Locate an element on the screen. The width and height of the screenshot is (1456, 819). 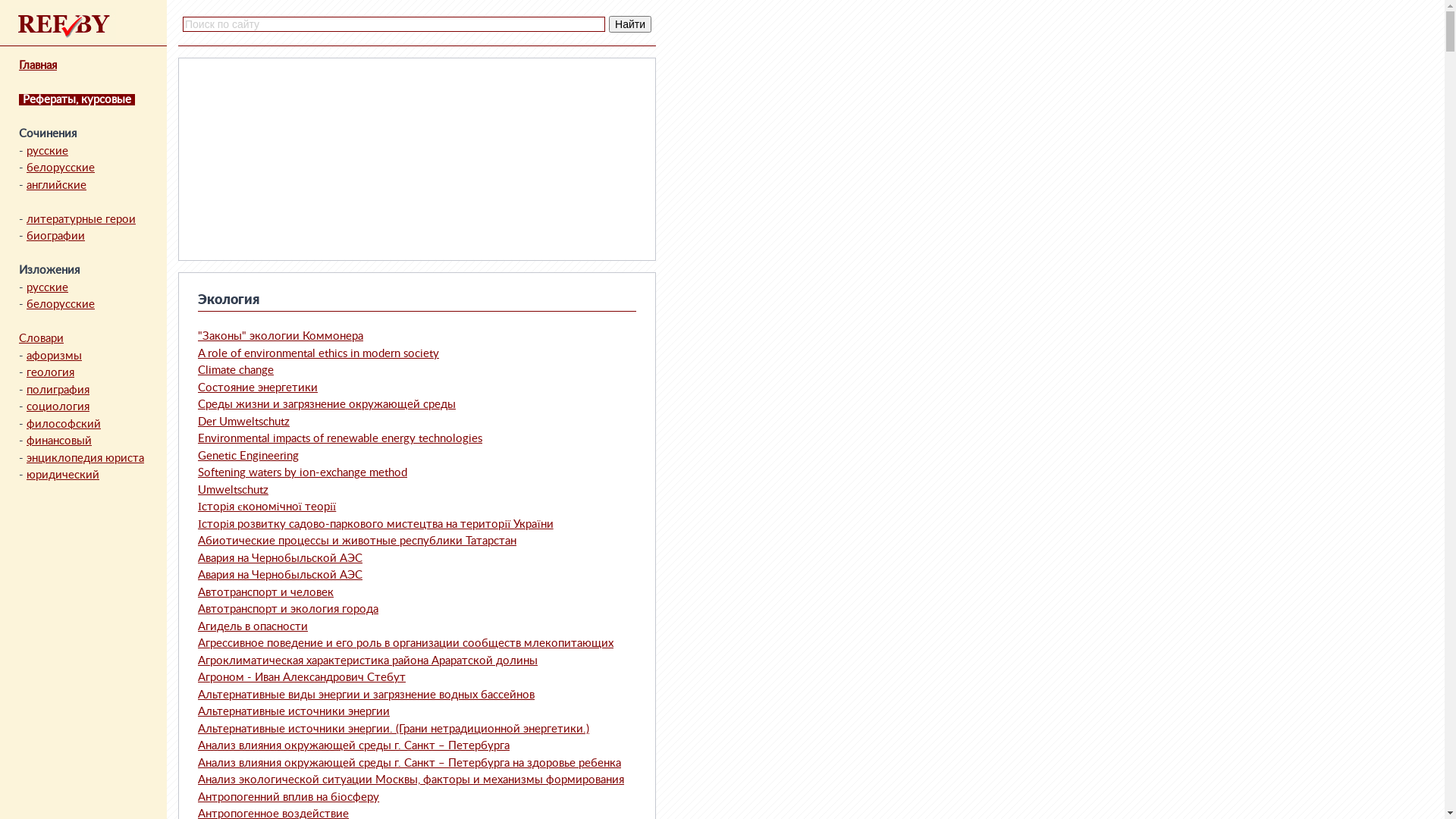
'A role of environmental ethics in modern society' is located at coordinates (318, 353).